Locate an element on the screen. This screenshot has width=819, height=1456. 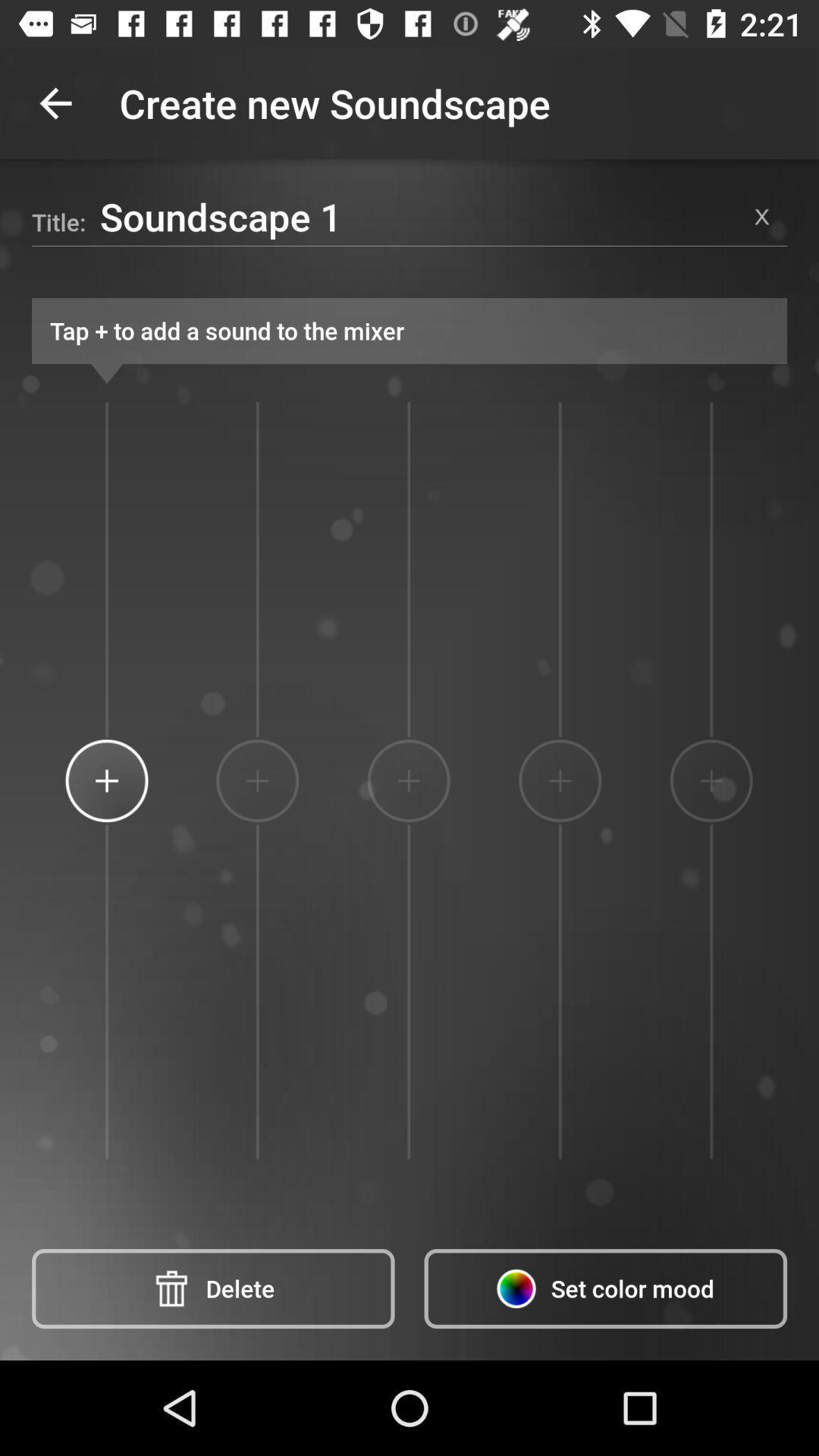
item above soundscape 1 icon is located at coordinates (55, 102).